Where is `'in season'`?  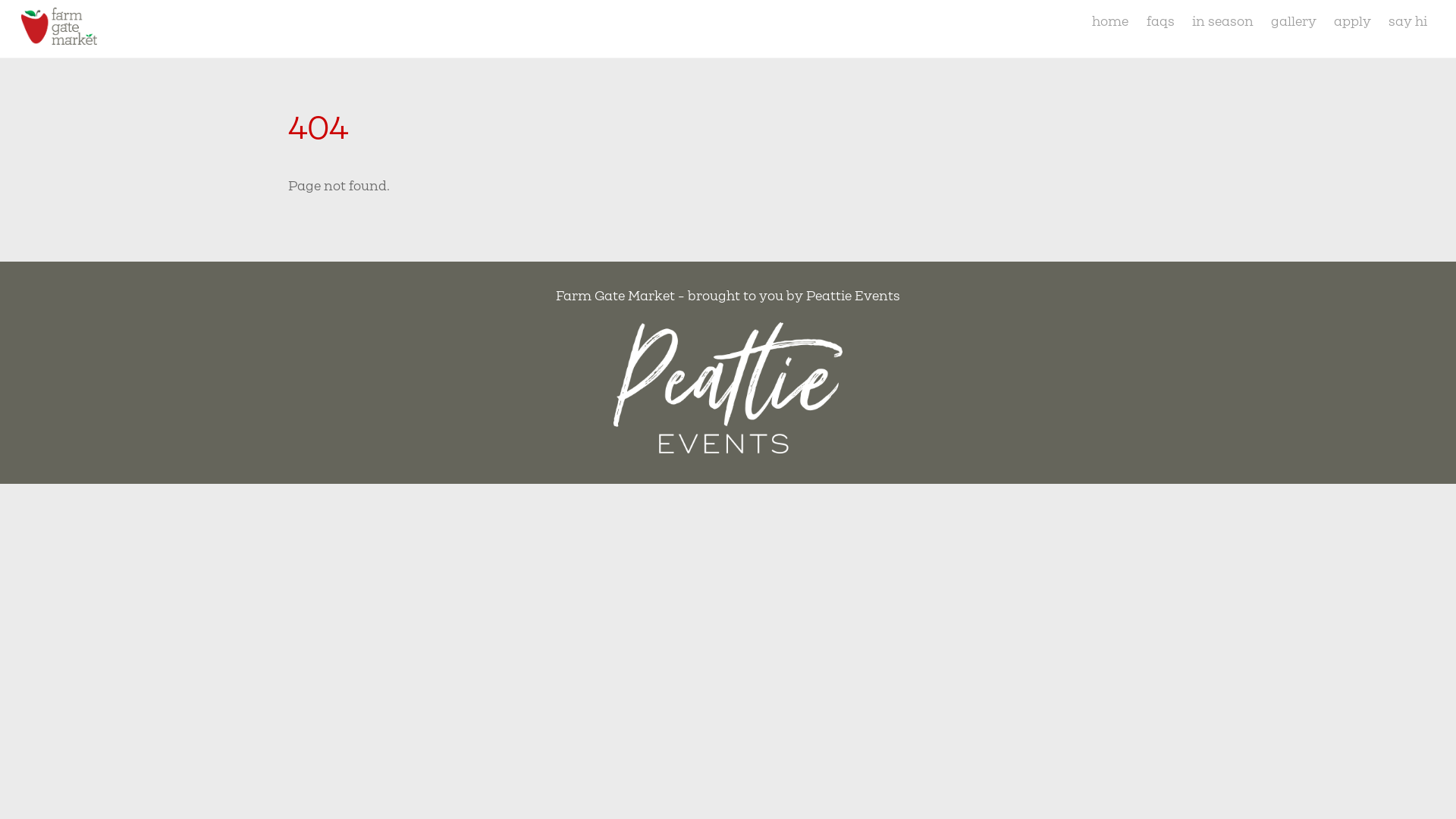
'in season' is located at coordinates (1222, 20).